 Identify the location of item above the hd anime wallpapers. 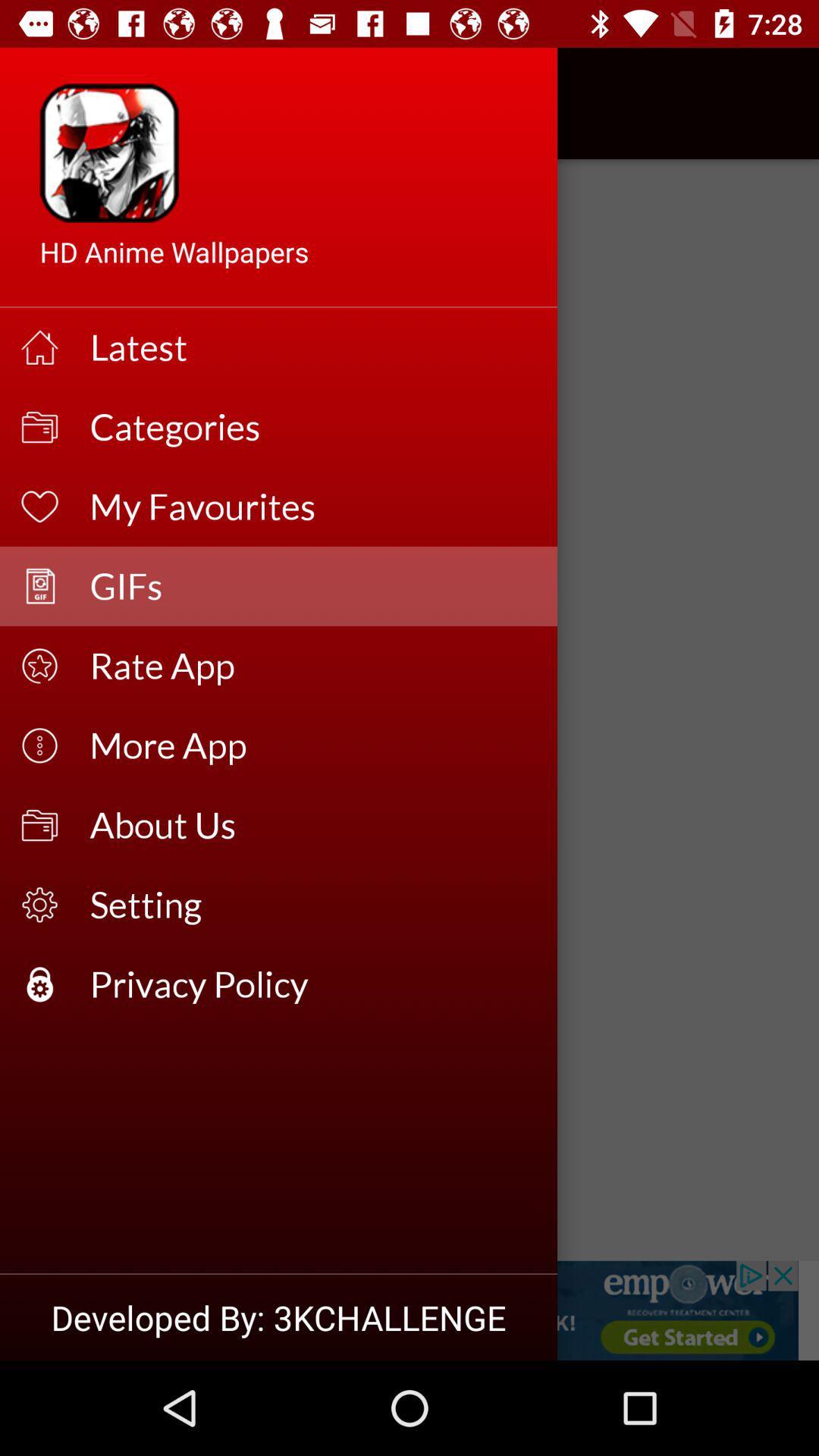
(55, 102).